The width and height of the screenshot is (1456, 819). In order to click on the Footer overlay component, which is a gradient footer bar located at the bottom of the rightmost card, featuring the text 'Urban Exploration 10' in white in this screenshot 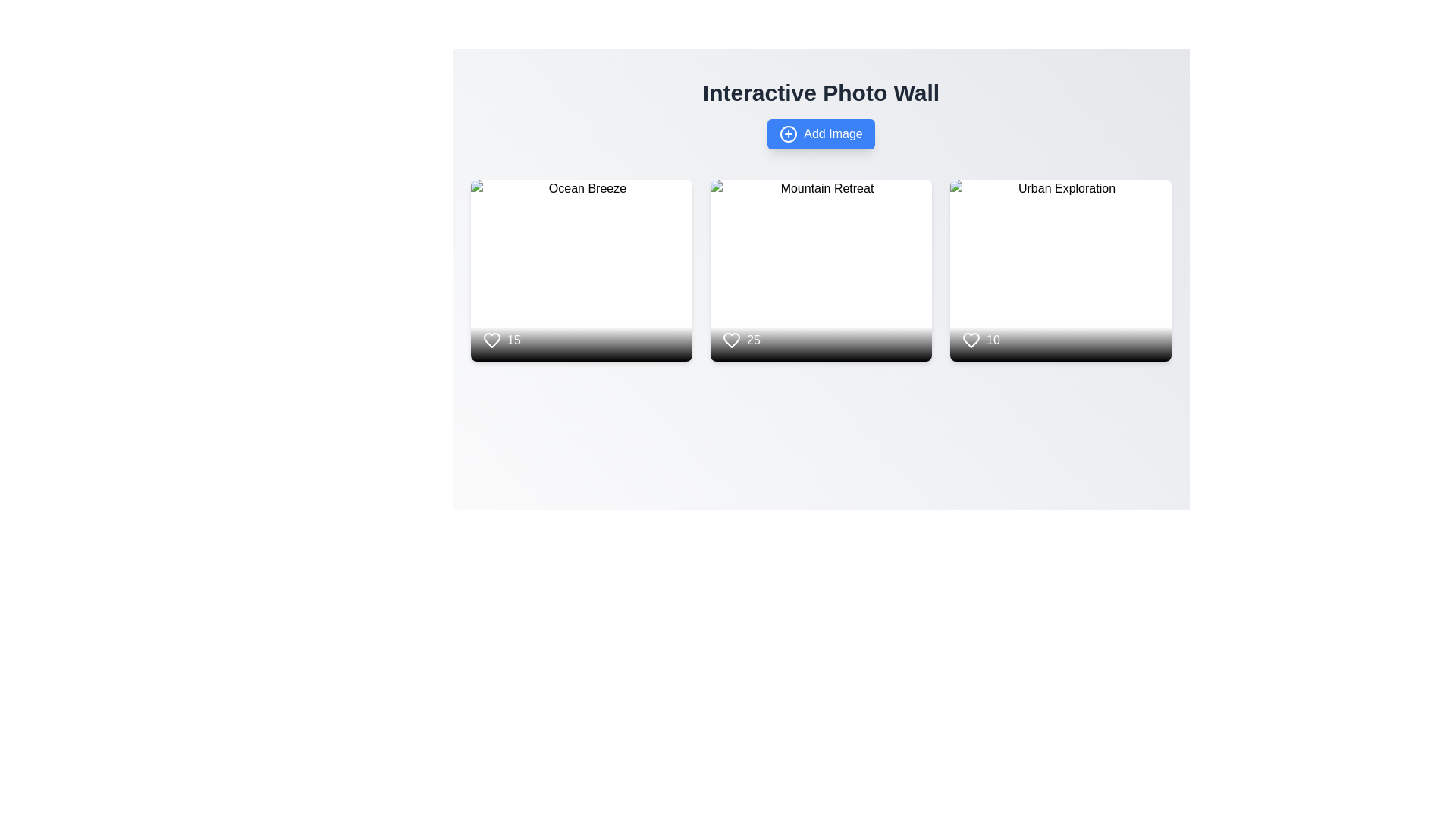, I will do `click(1059, 326)`.